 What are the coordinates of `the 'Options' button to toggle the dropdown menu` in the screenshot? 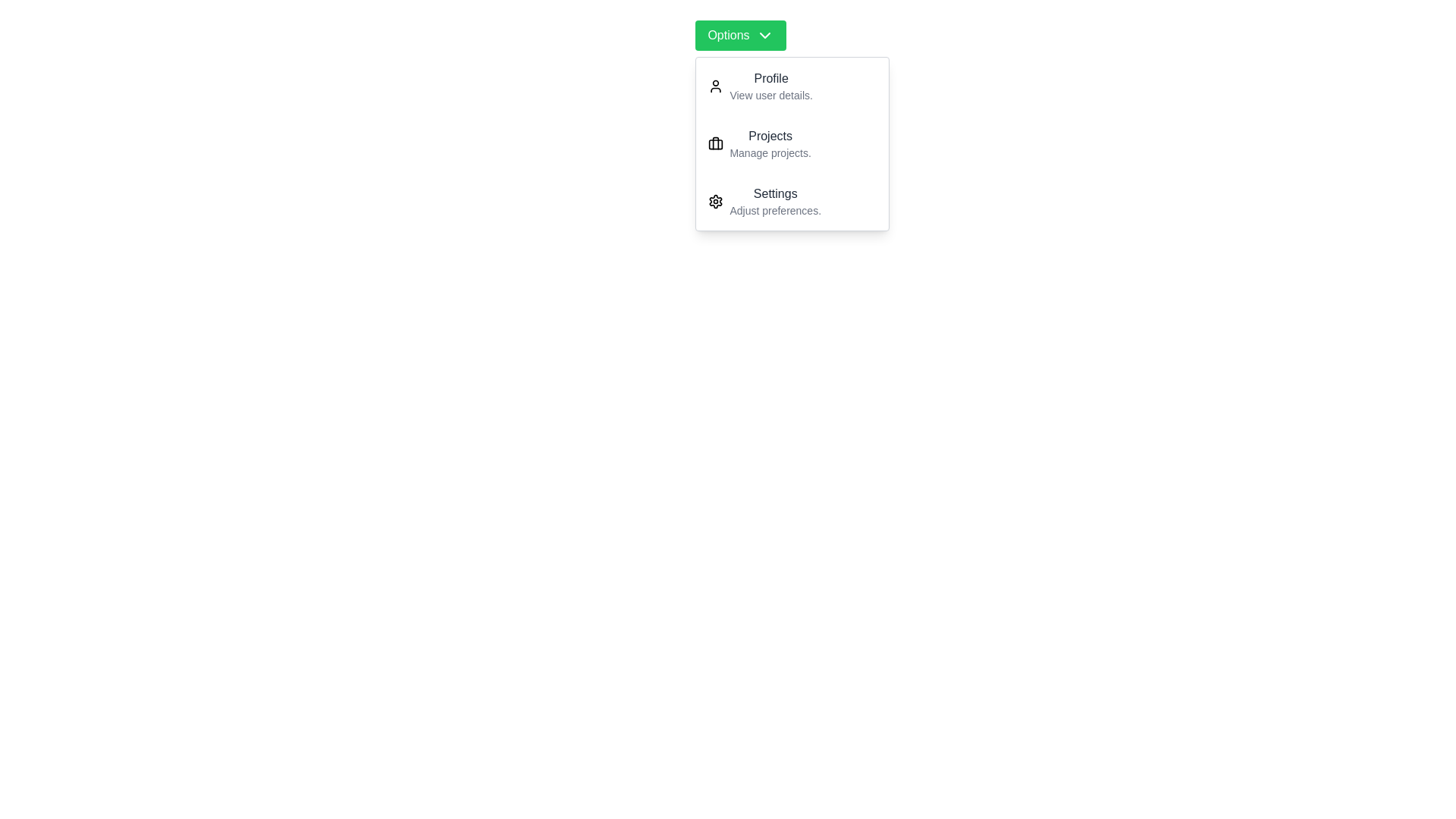 It's located at (740, 34).